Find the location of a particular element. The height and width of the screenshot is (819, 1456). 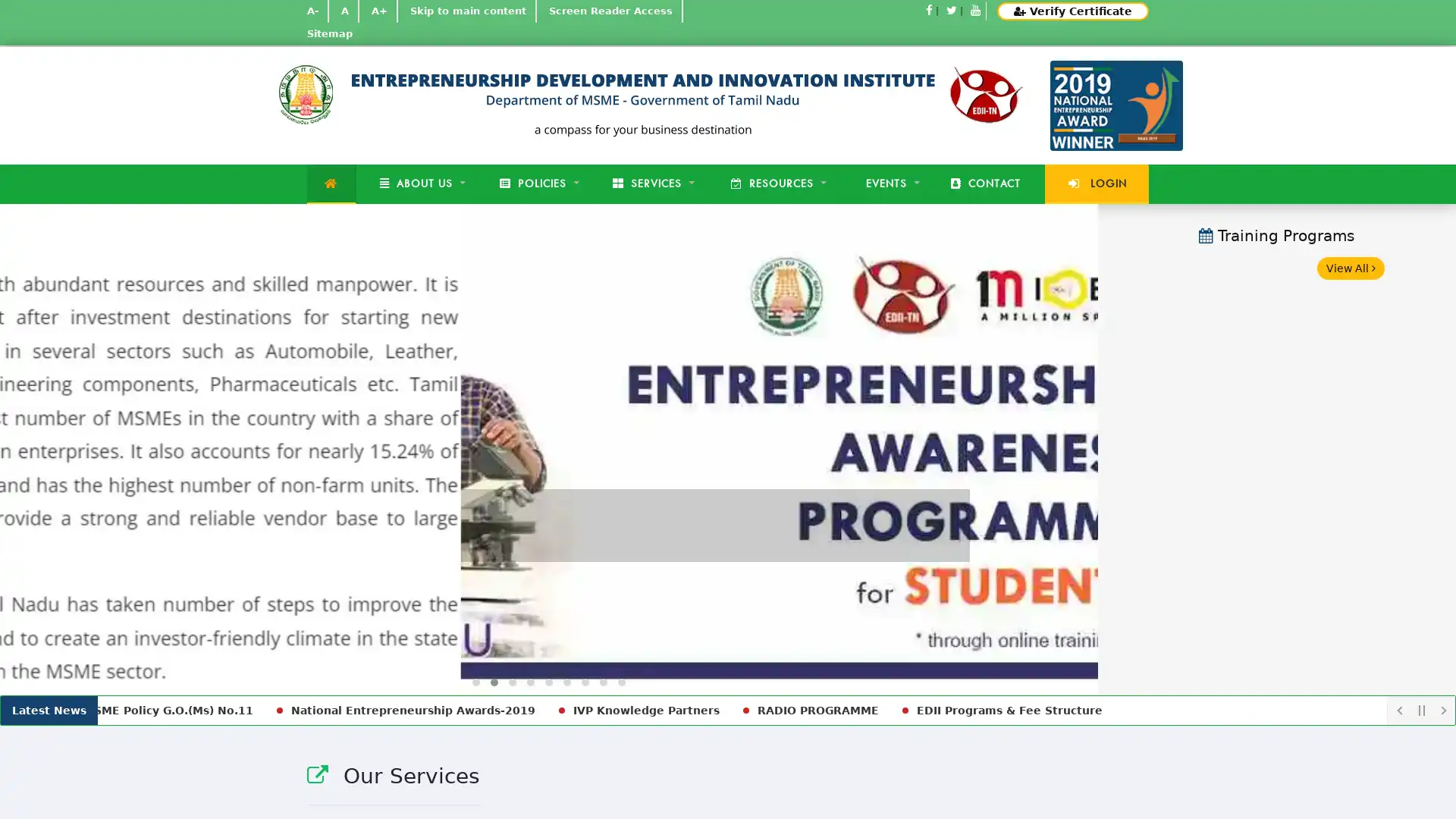

Previous is located at coordinates (30, 433).